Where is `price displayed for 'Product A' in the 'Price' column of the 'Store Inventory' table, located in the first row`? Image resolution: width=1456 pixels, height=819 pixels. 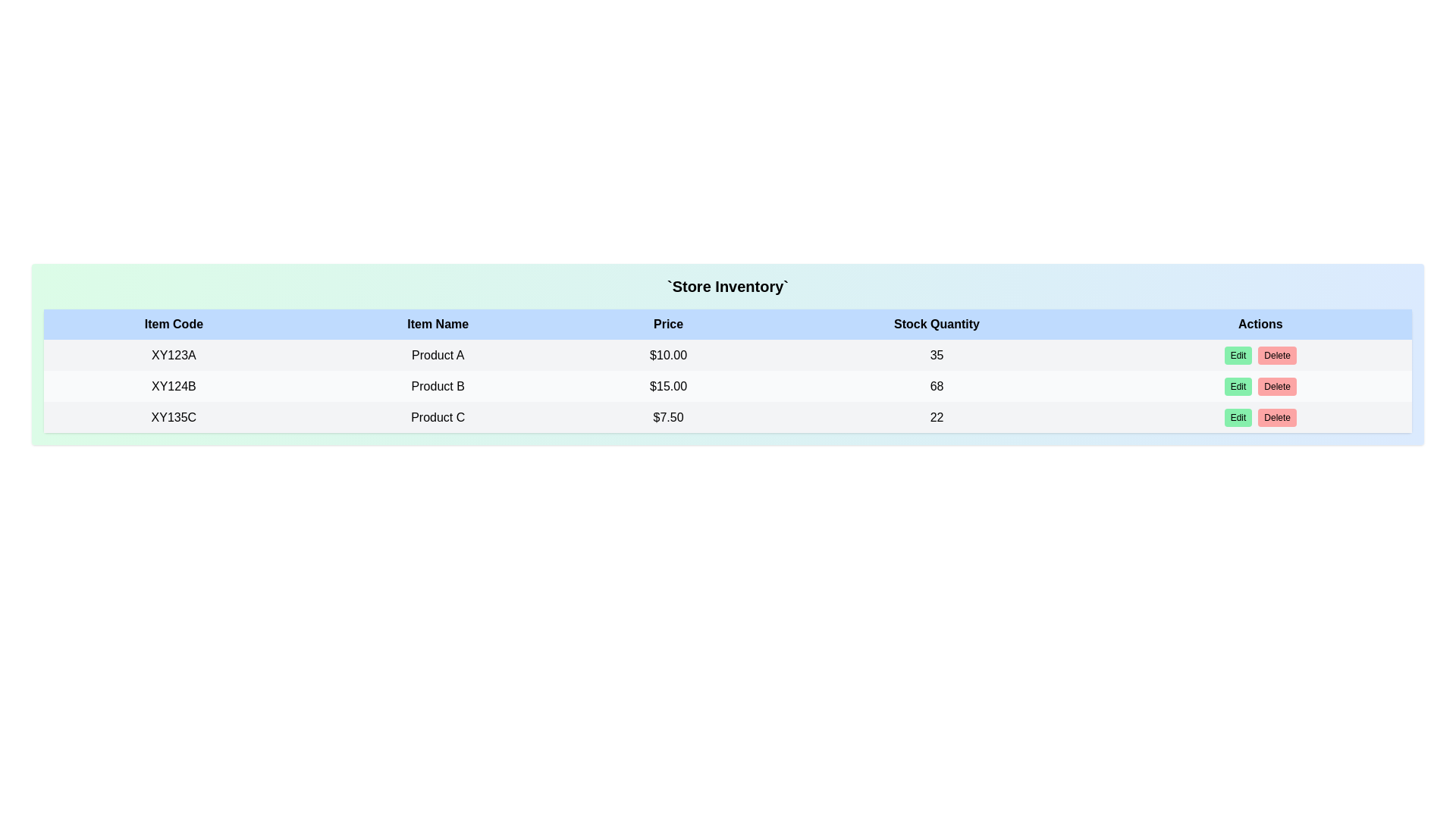 price displayed for 'Product A' in the 'Price' column of the 'Store Inventory' table, located in the first row is located at coordinates (667, 355).